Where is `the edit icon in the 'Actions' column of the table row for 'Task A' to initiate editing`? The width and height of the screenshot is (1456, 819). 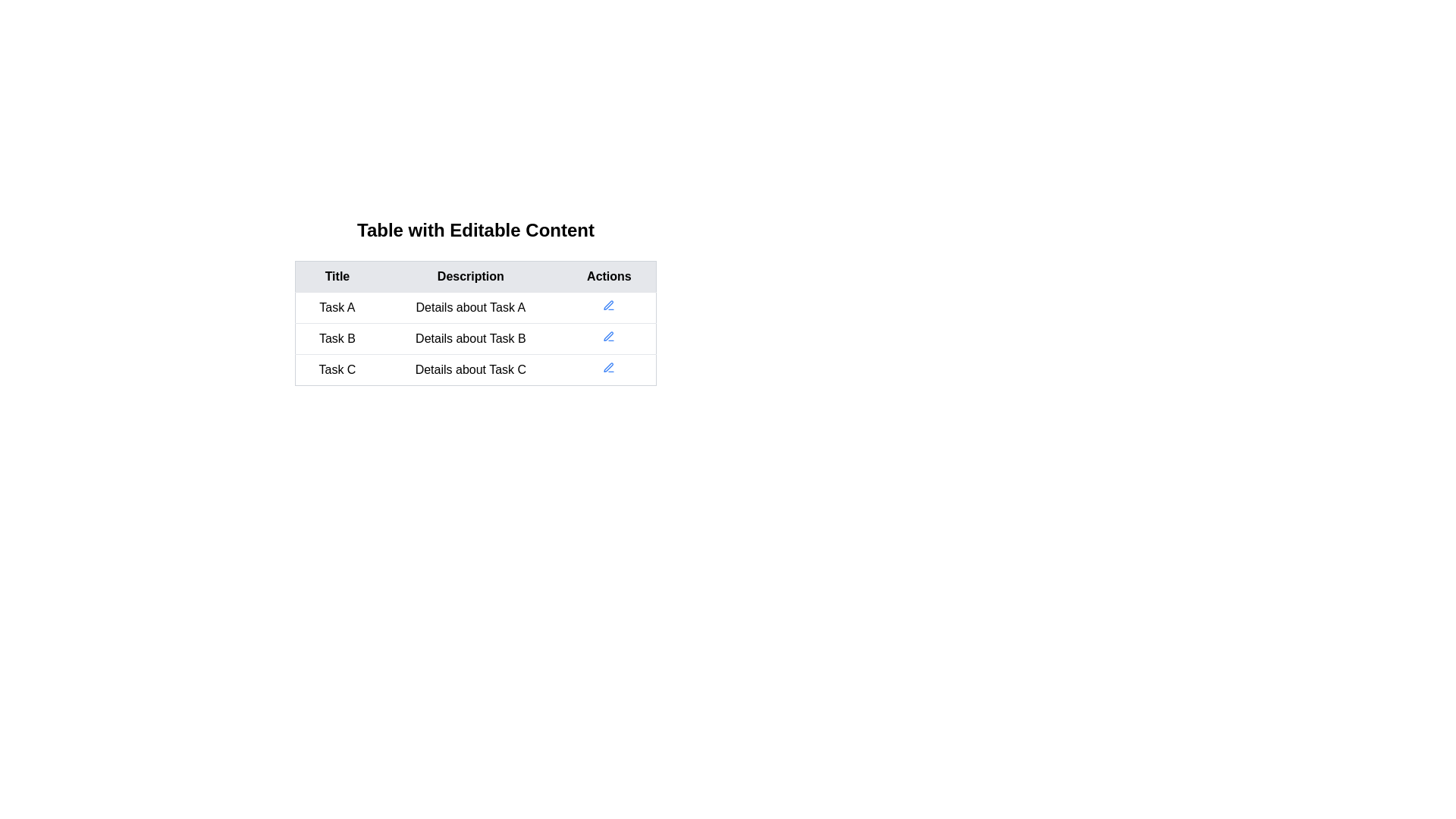
the edit icon in the 'Actions' column of the table row for 'Task A' to initiate editing is located at coordinates (609, 305).